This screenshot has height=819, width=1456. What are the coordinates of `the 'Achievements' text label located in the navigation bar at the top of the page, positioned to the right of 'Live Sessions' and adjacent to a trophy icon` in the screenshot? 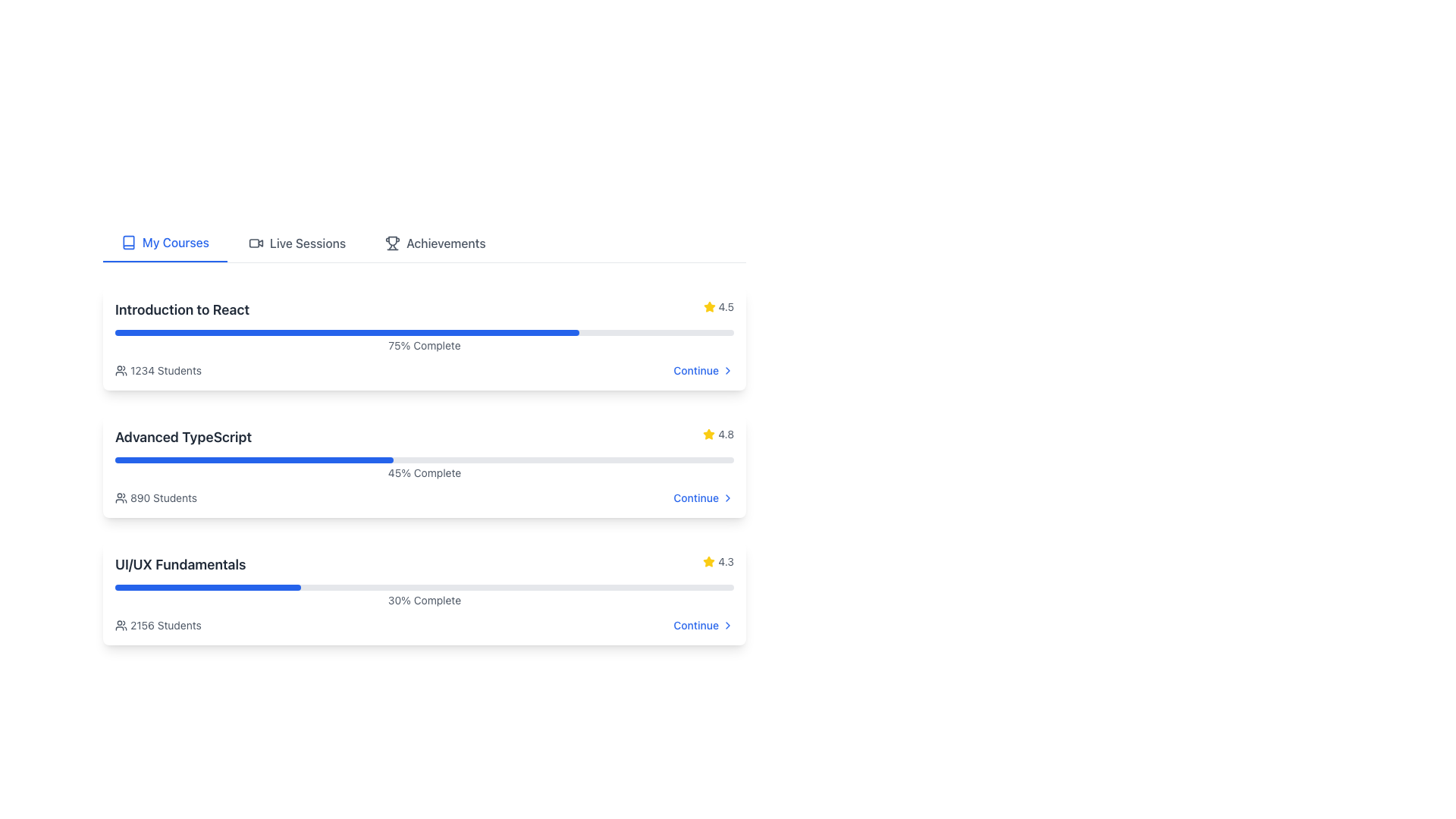 It's located at (445, 242).